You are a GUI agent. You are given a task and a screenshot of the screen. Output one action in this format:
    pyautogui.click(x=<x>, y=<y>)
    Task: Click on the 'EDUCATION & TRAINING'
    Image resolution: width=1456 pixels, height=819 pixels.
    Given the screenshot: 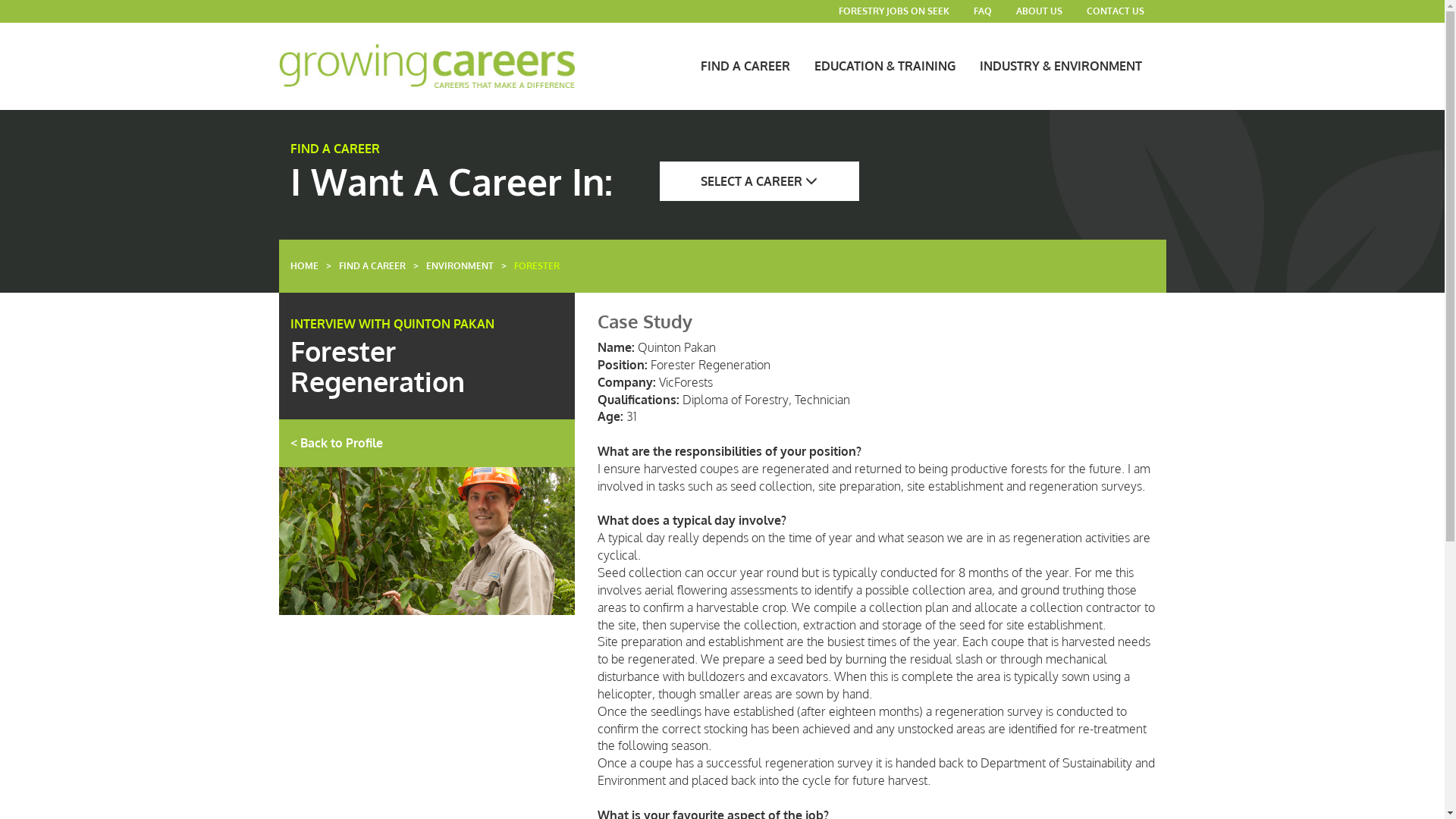 What is the action you would take?
    pyautogui.click(x=814, y=65)
    